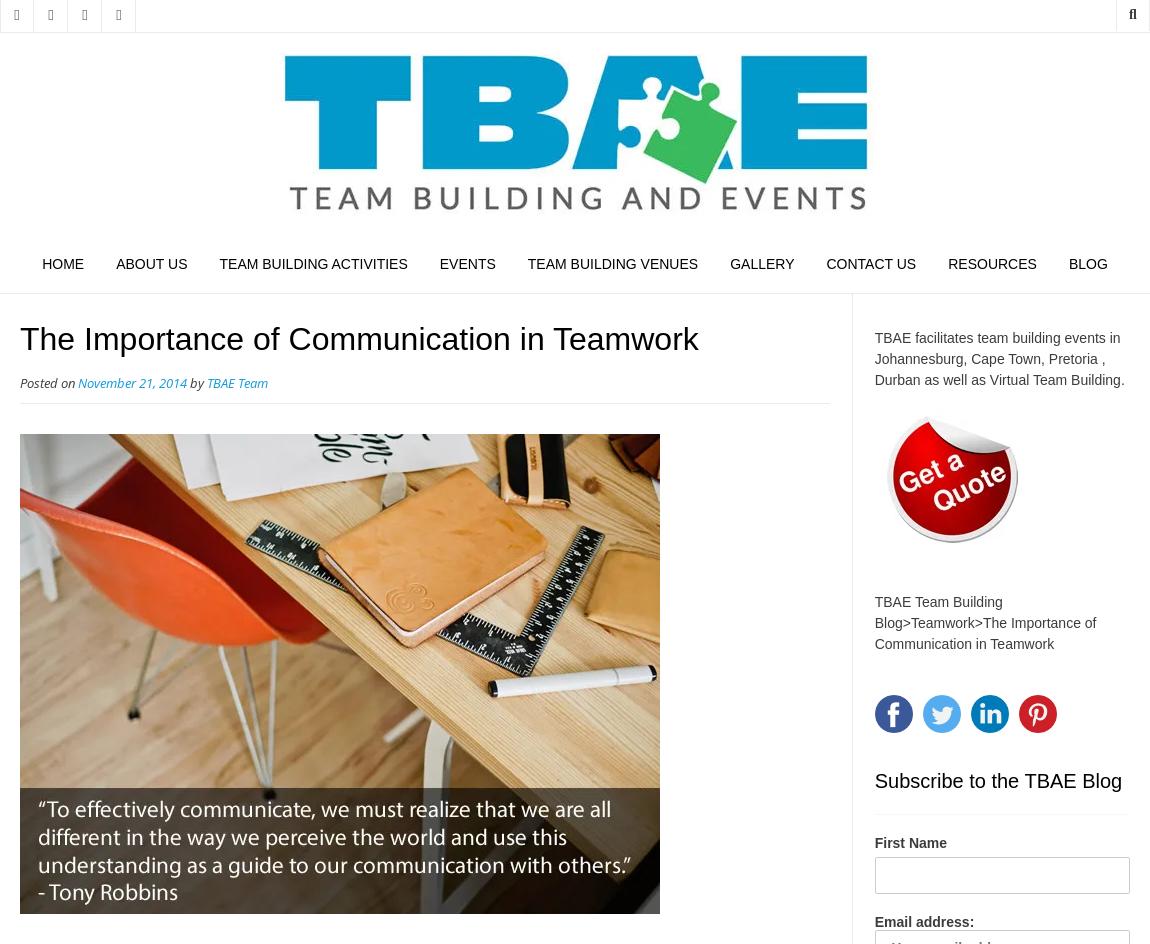 The image size is (1150, 944). I want to click on 'Pretoria', so click(1072, 357).